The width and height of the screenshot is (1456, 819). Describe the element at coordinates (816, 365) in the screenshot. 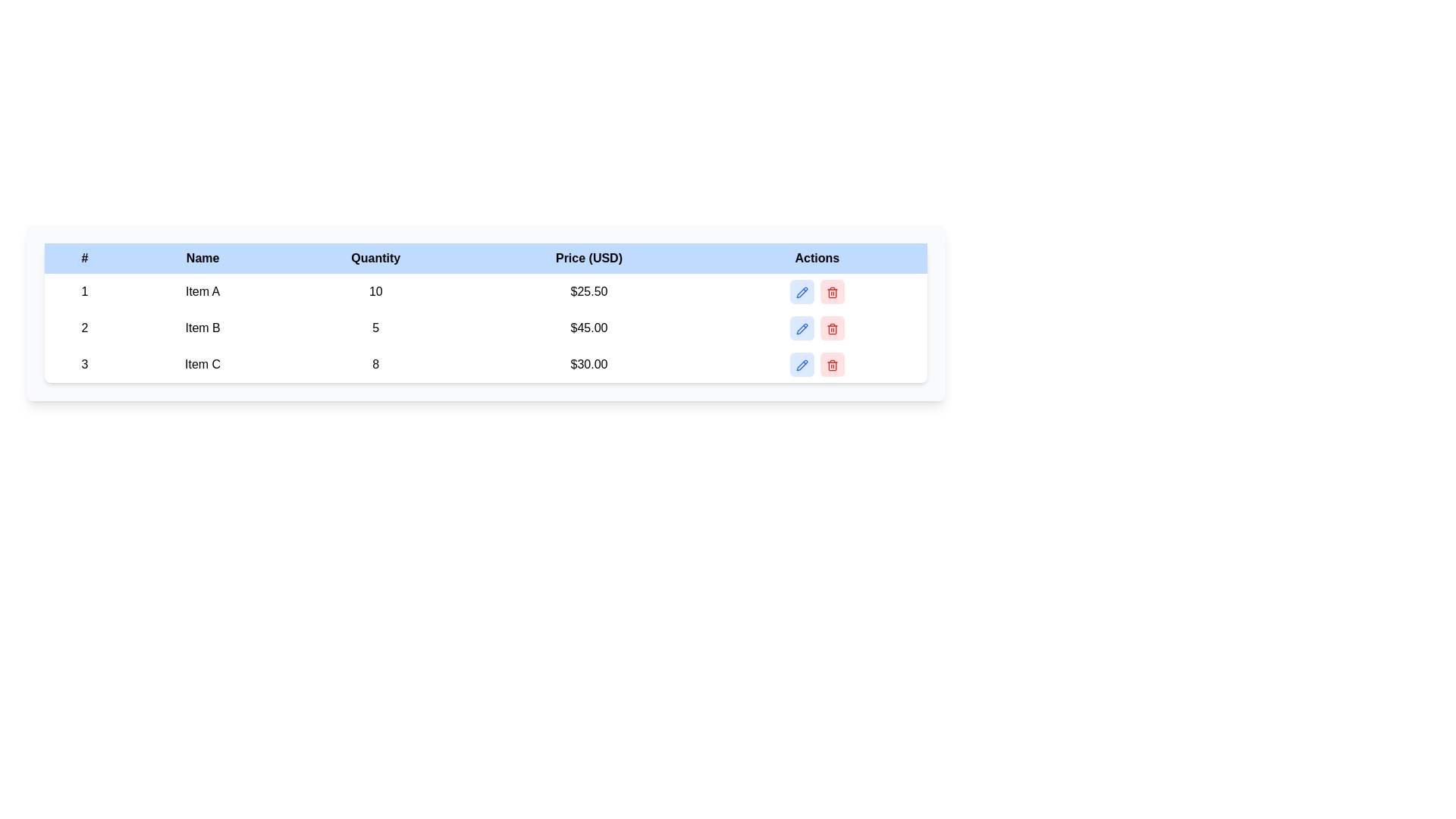

I see `the pencil icon in the 'Actions' section of the row labeled 'Item C'` at that location.